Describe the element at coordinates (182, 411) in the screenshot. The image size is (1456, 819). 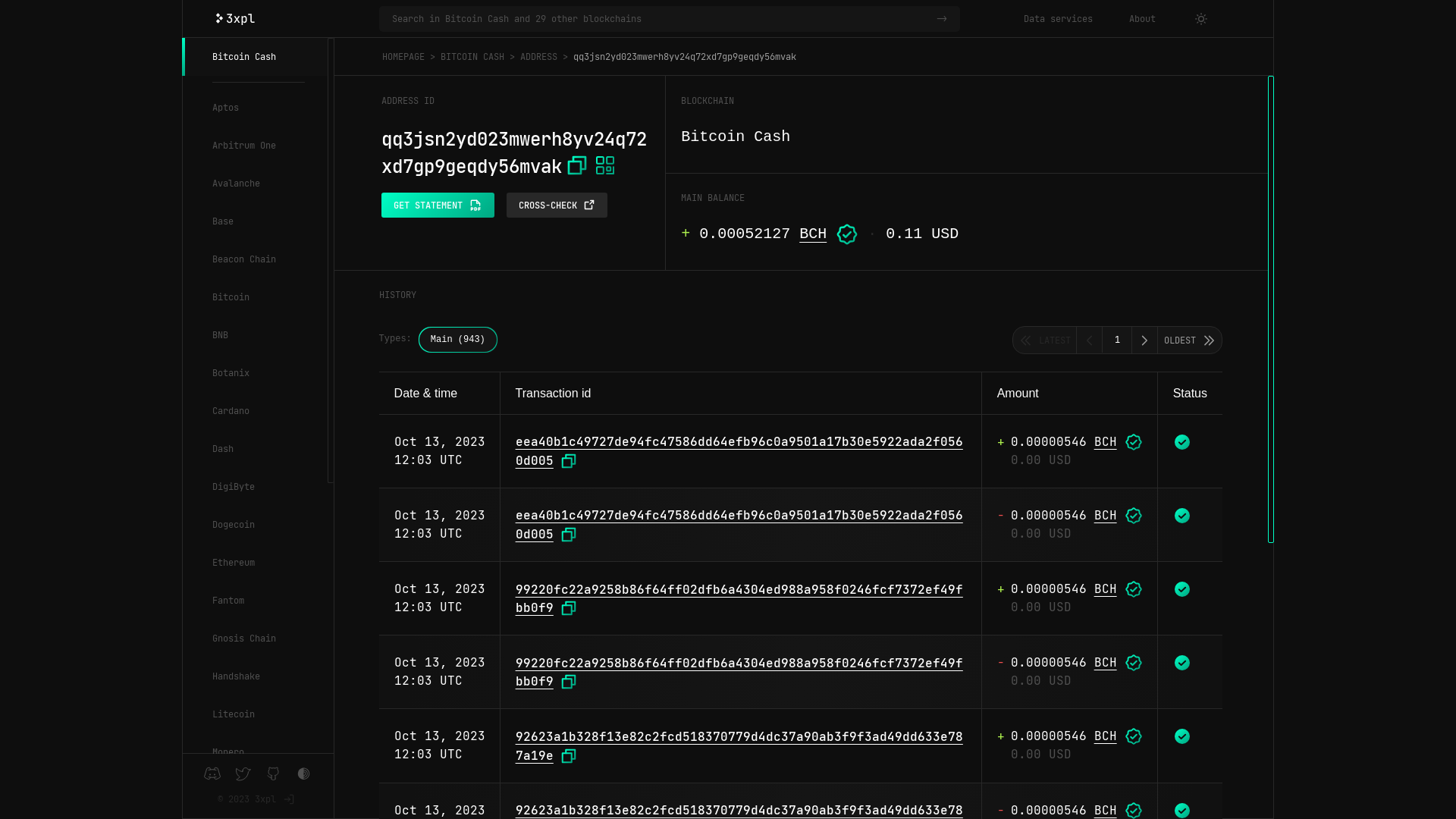
I see `'Cardano'` at that location.